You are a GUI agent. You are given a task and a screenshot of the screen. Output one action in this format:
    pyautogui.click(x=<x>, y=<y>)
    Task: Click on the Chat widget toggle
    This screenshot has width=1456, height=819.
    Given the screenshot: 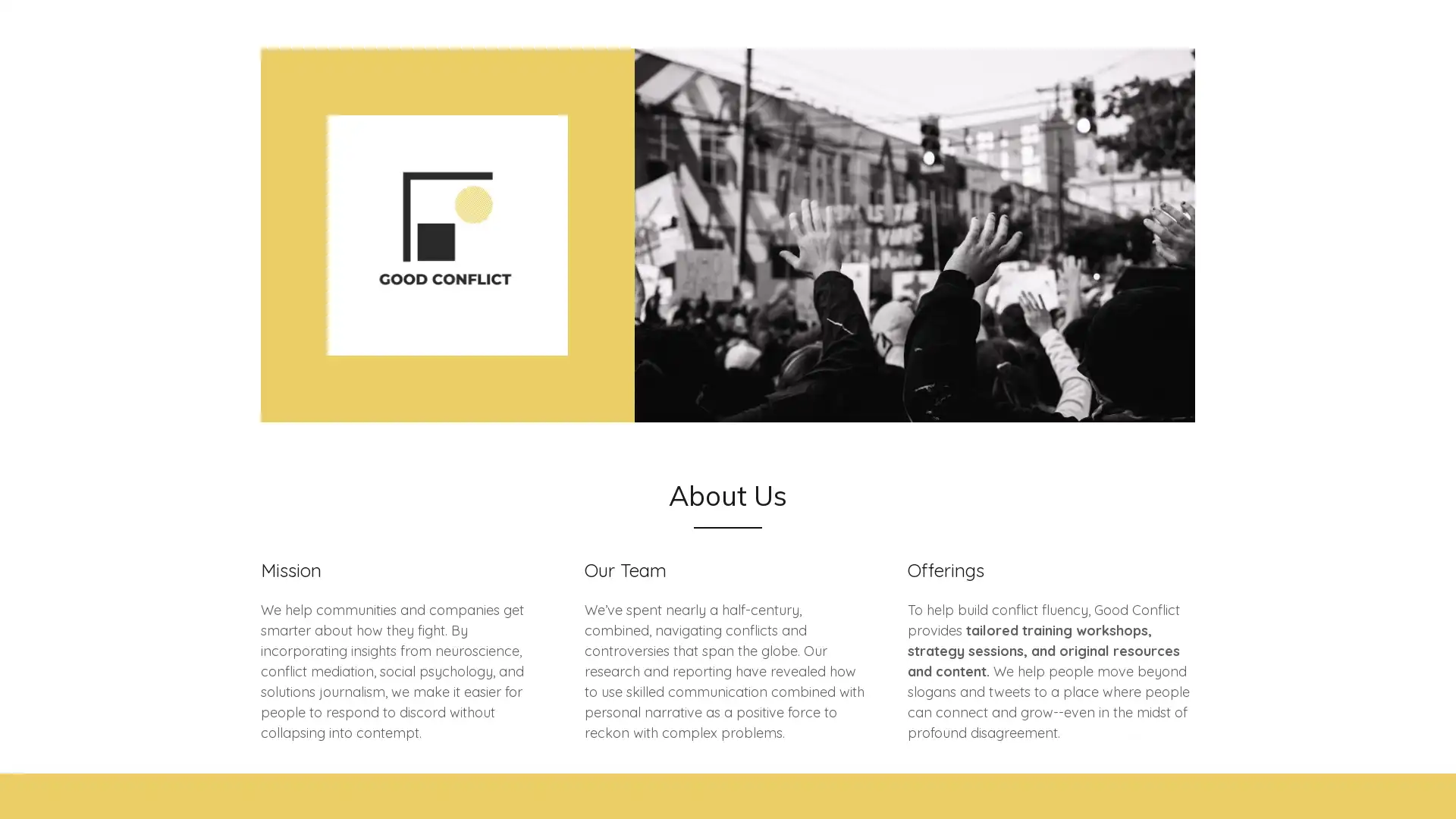 What is the action you would take?
    pyautogui.click(x=1416, y=780)
    